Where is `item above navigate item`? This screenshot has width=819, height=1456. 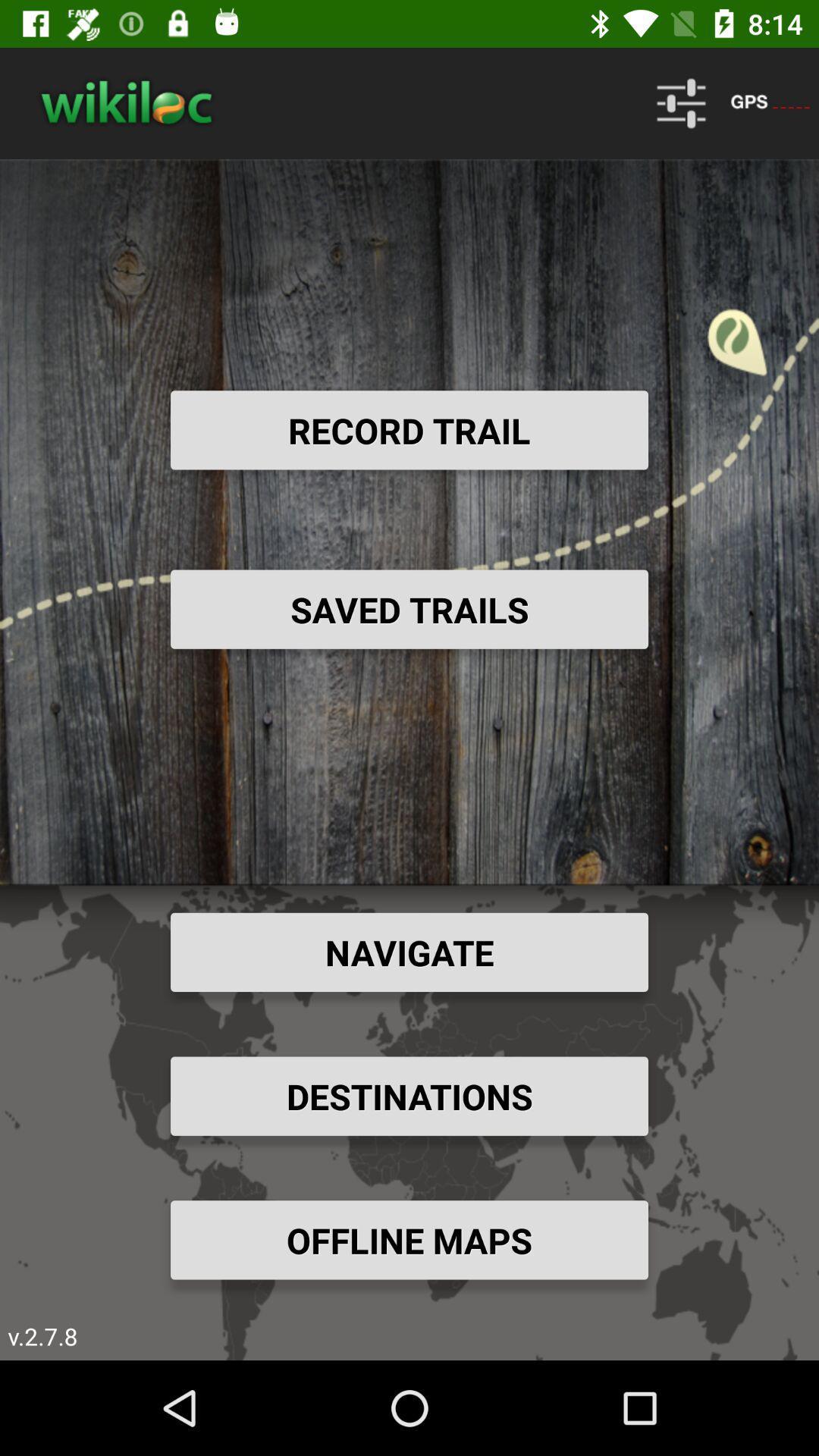 item above navigate item is located at coordinates (409, 609).